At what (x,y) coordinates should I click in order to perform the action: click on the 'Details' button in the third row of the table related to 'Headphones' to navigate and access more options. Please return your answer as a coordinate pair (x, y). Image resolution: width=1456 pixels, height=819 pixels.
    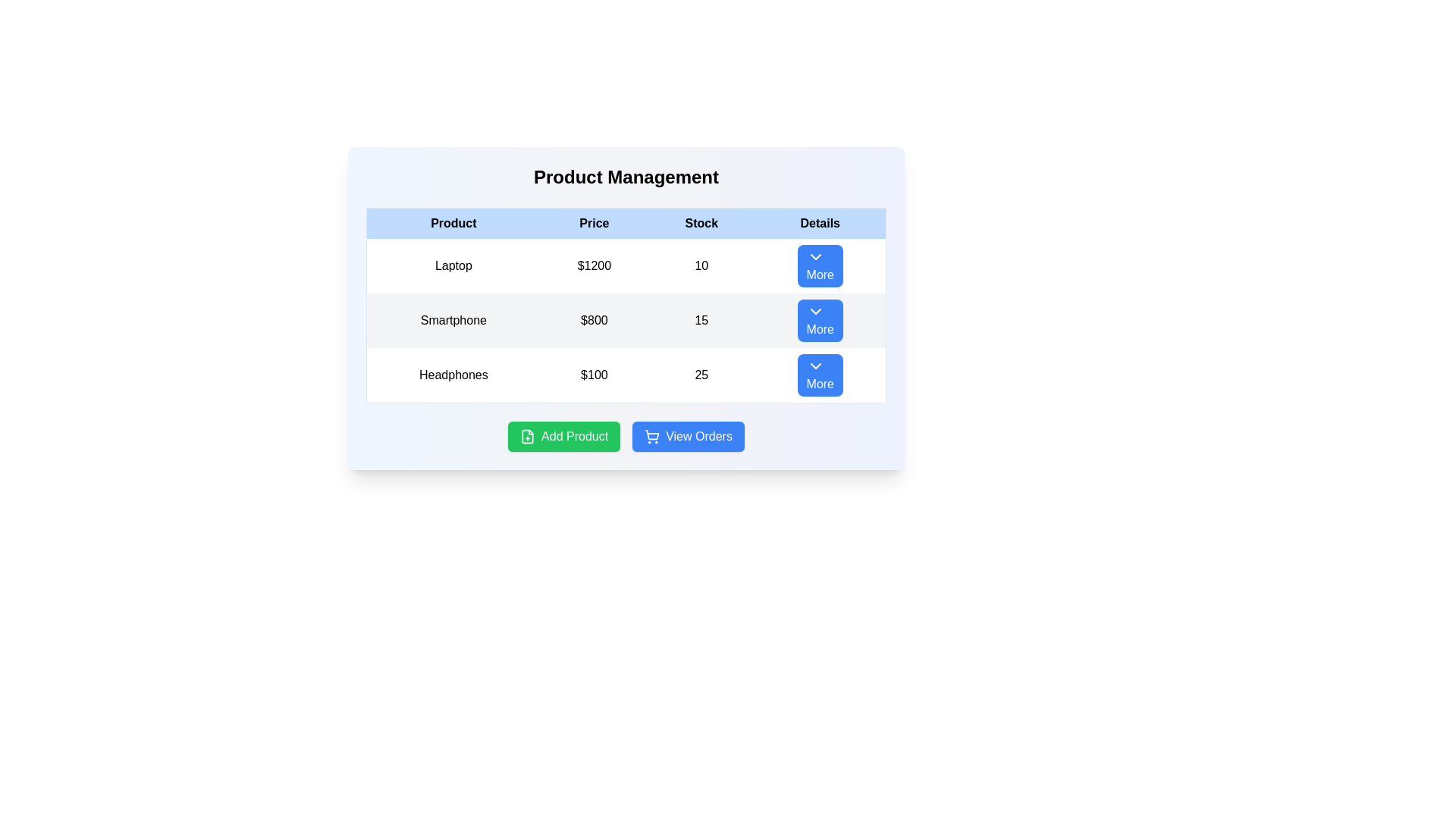
    Looking at the image, I should click on (819, 375).